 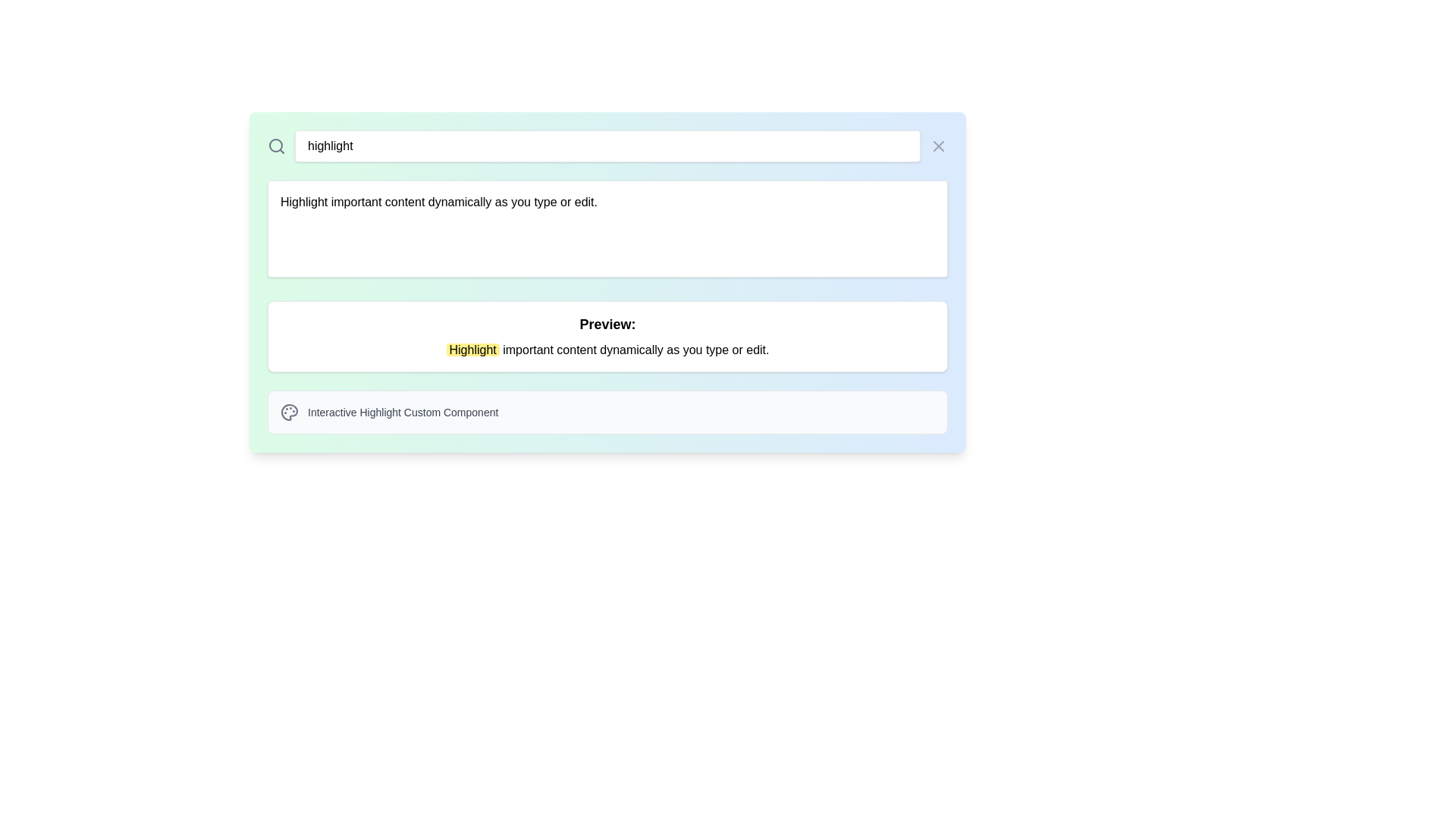 What do you see at coordinates (276, 146) in the screenshot?
I see `the decorative SVG circle that represents the lens of the magnifying glass icon, located near the upper left corner of the interface` at bounding box center [276, 146].